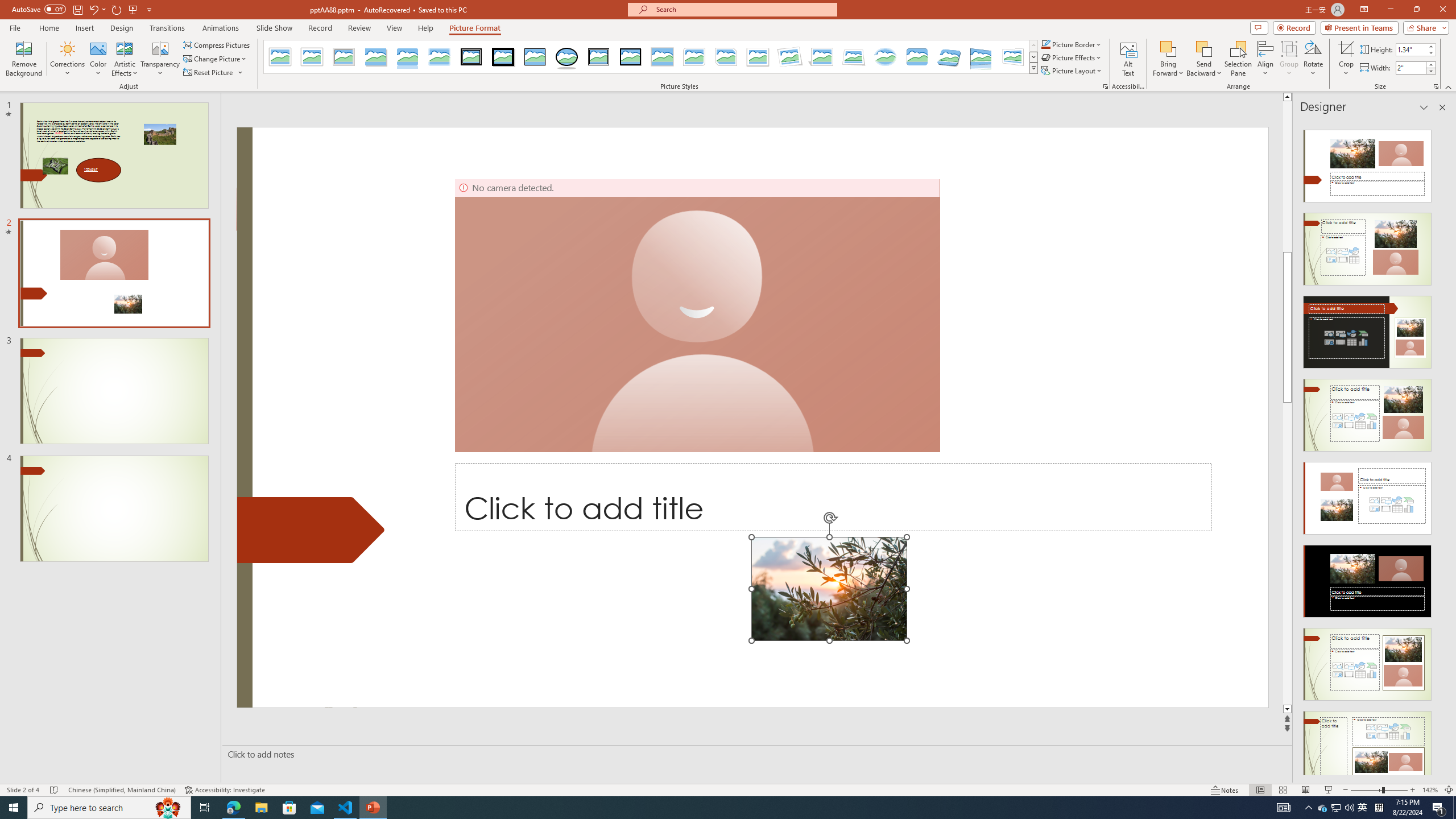  Describe the element at coordinates (833, 497) in the screenshot. I see `'Title TextBox'` at that location.